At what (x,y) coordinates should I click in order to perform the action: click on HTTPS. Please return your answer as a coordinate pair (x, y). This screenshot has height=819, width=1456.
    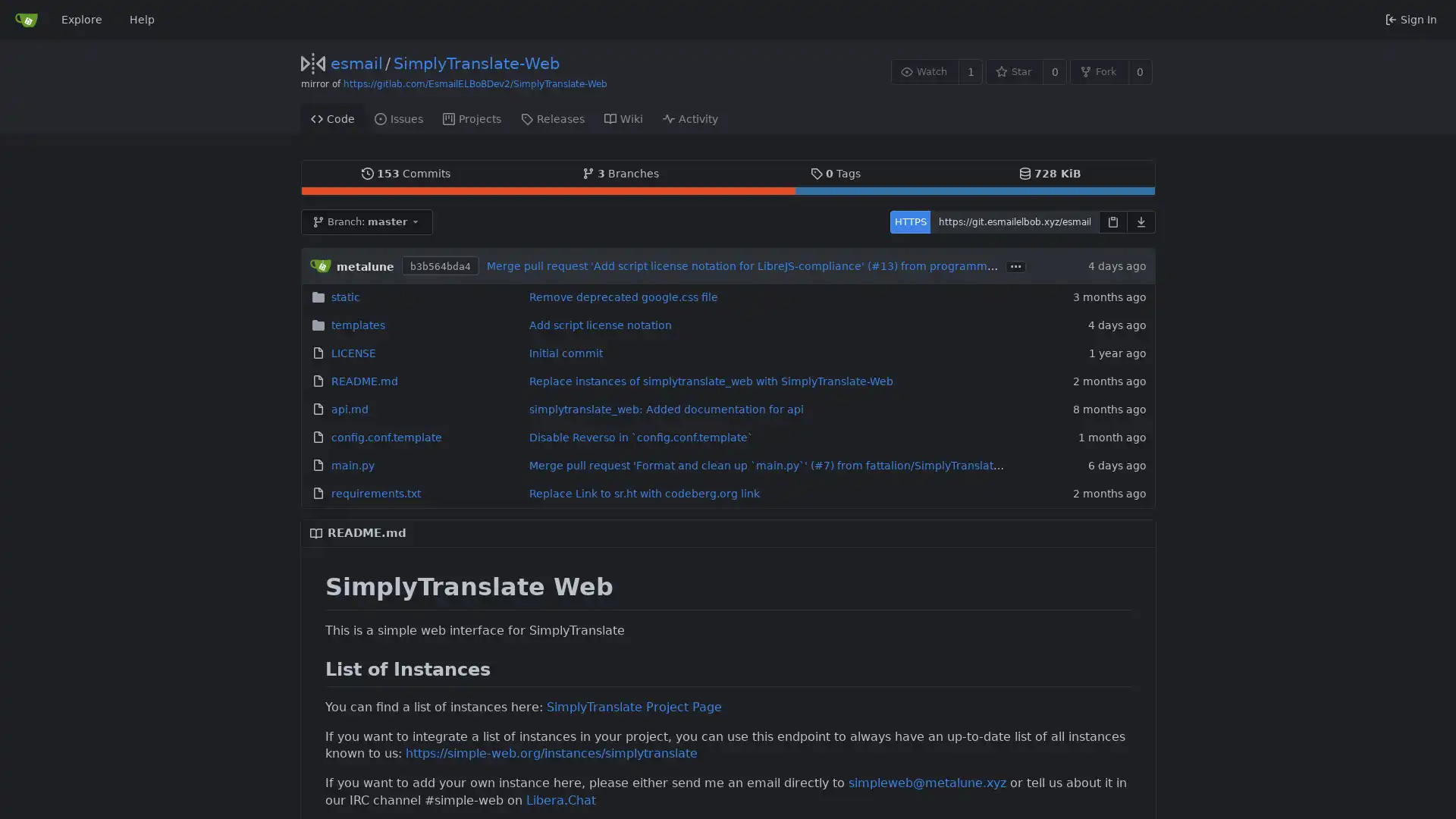
    Looking at the image, I should click on (909, 221).